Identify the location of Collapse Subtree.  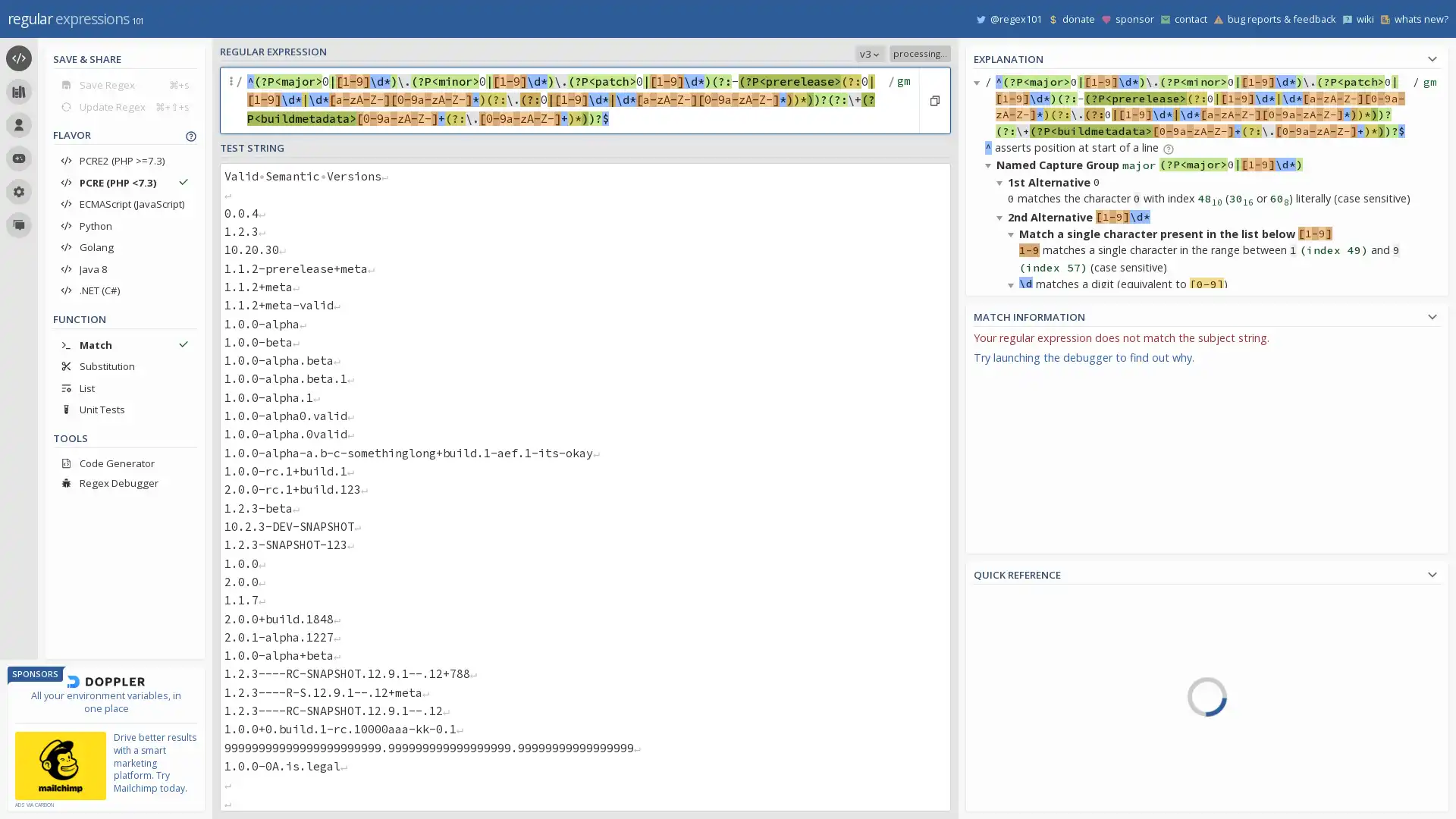
(990, 543).